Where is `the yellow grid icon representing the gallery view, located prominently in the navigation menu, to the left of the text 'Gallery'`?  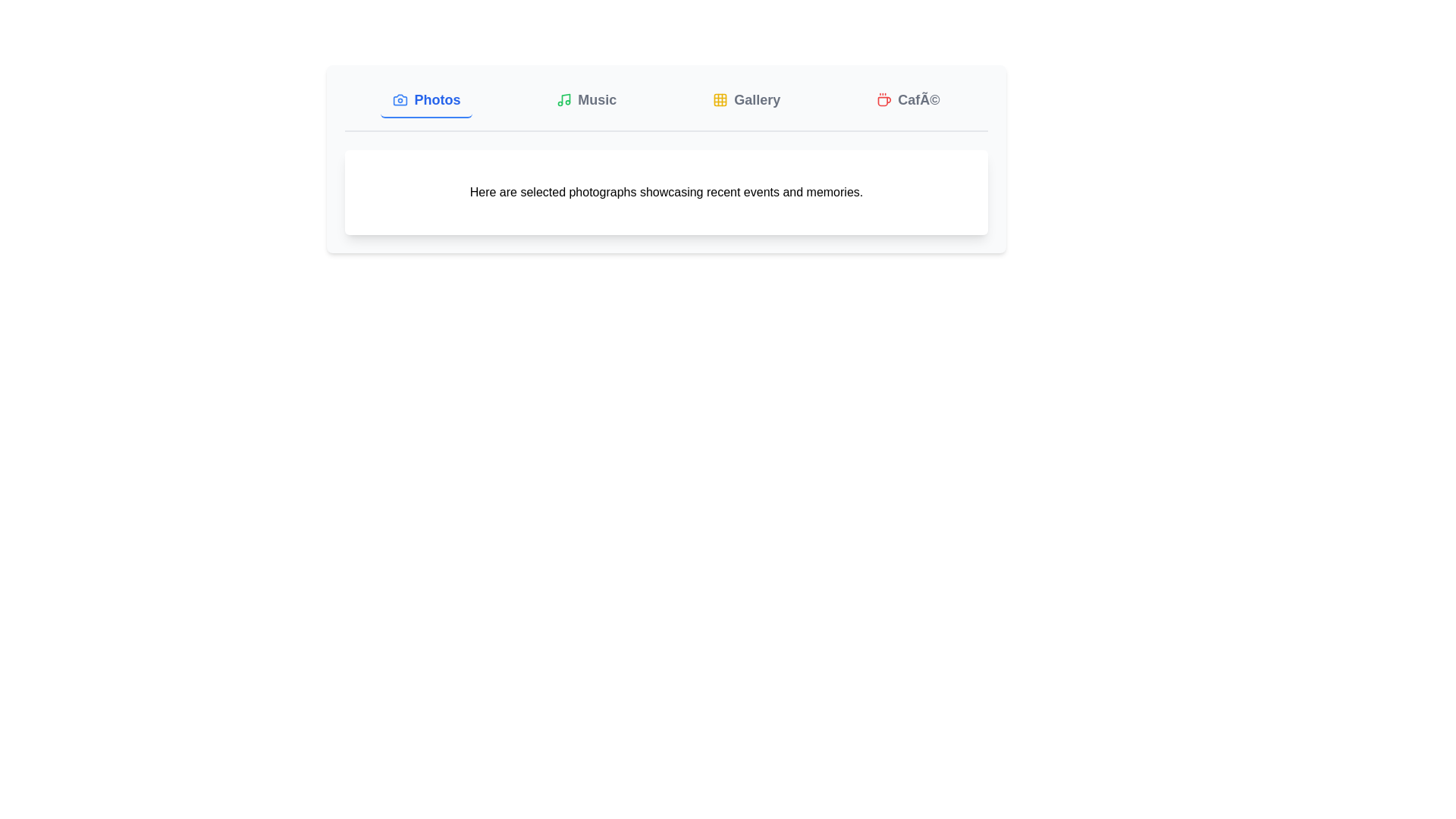
the yellow grid icon representing the gallery view, located prominently in the navigation menu, to the left of the text 'Gallery' is located at coordinates (720, 99).